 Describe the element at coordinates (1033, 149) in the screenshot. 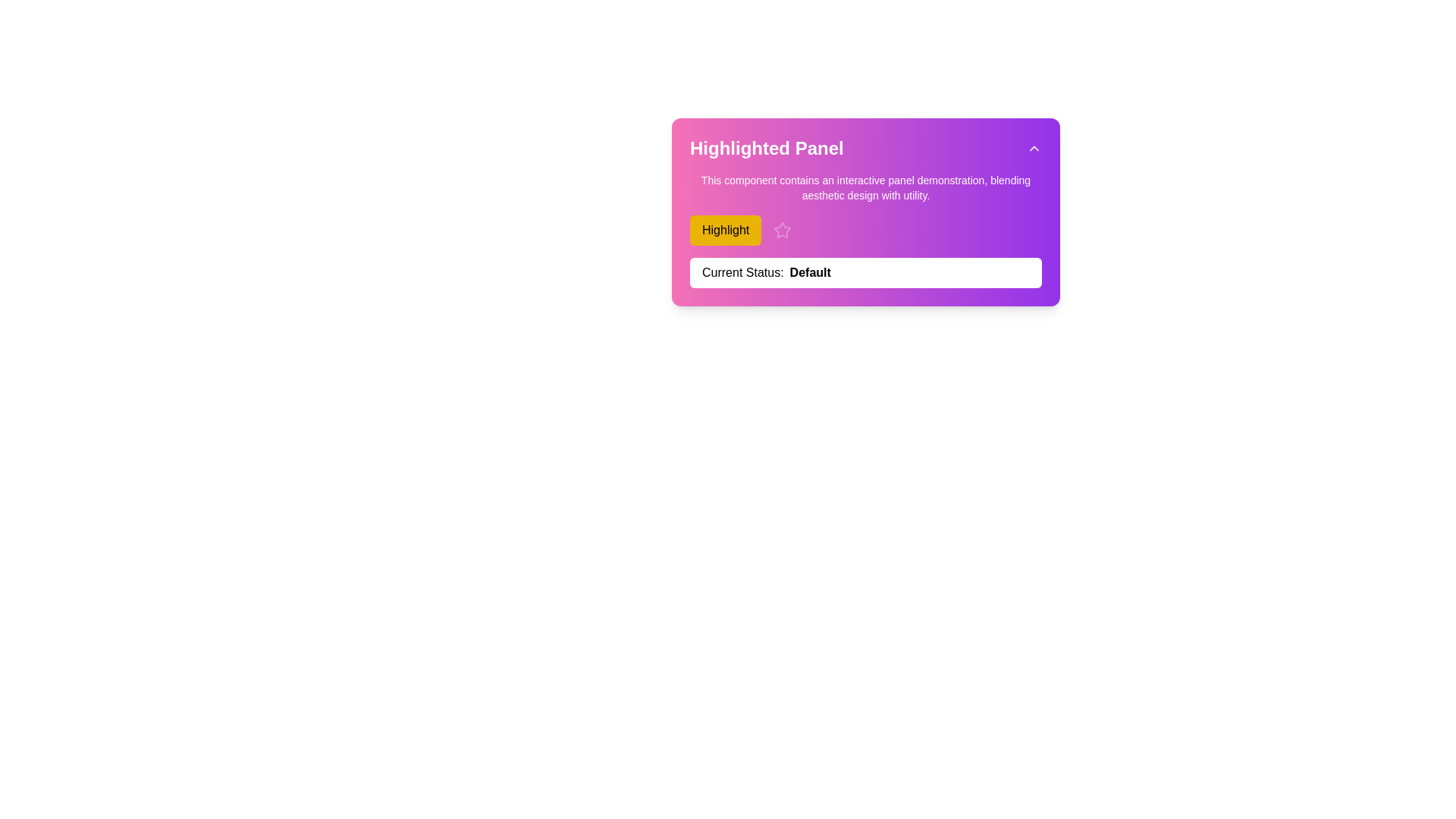

I see `the upward-pointing arrow icon button located at the top-right corner of the 'Highlighted Panel'` at that location.